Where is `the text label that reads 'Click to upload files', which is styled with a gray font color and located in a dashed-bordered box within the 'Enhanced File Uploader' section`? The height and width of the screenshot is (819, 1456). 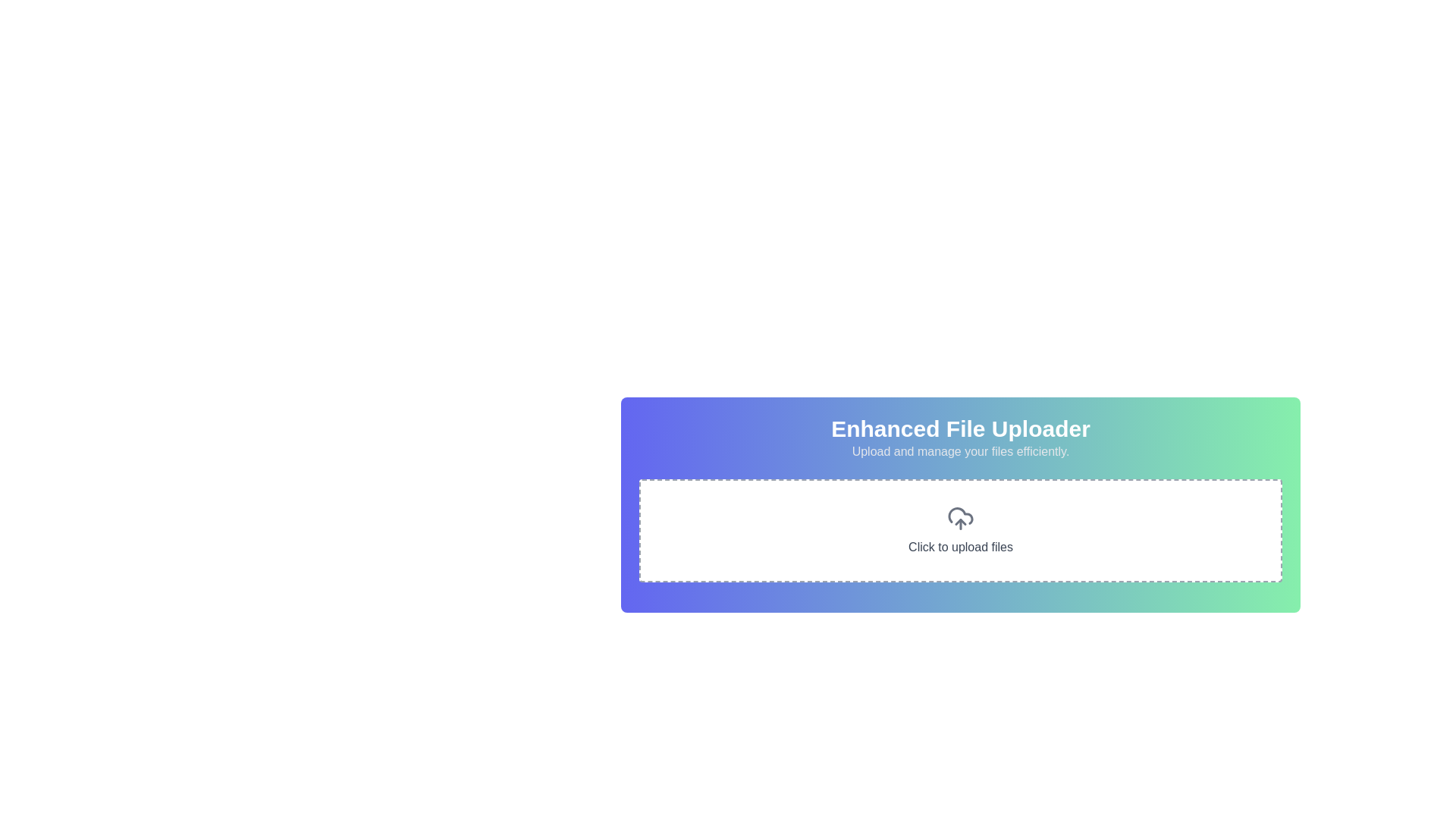 the text label that reads 'Click to upload files', which is styled with a gray font color and located in a dashed-bordered box within the 'Enhanced File Uploader' section is located at coordinates (960, 547).